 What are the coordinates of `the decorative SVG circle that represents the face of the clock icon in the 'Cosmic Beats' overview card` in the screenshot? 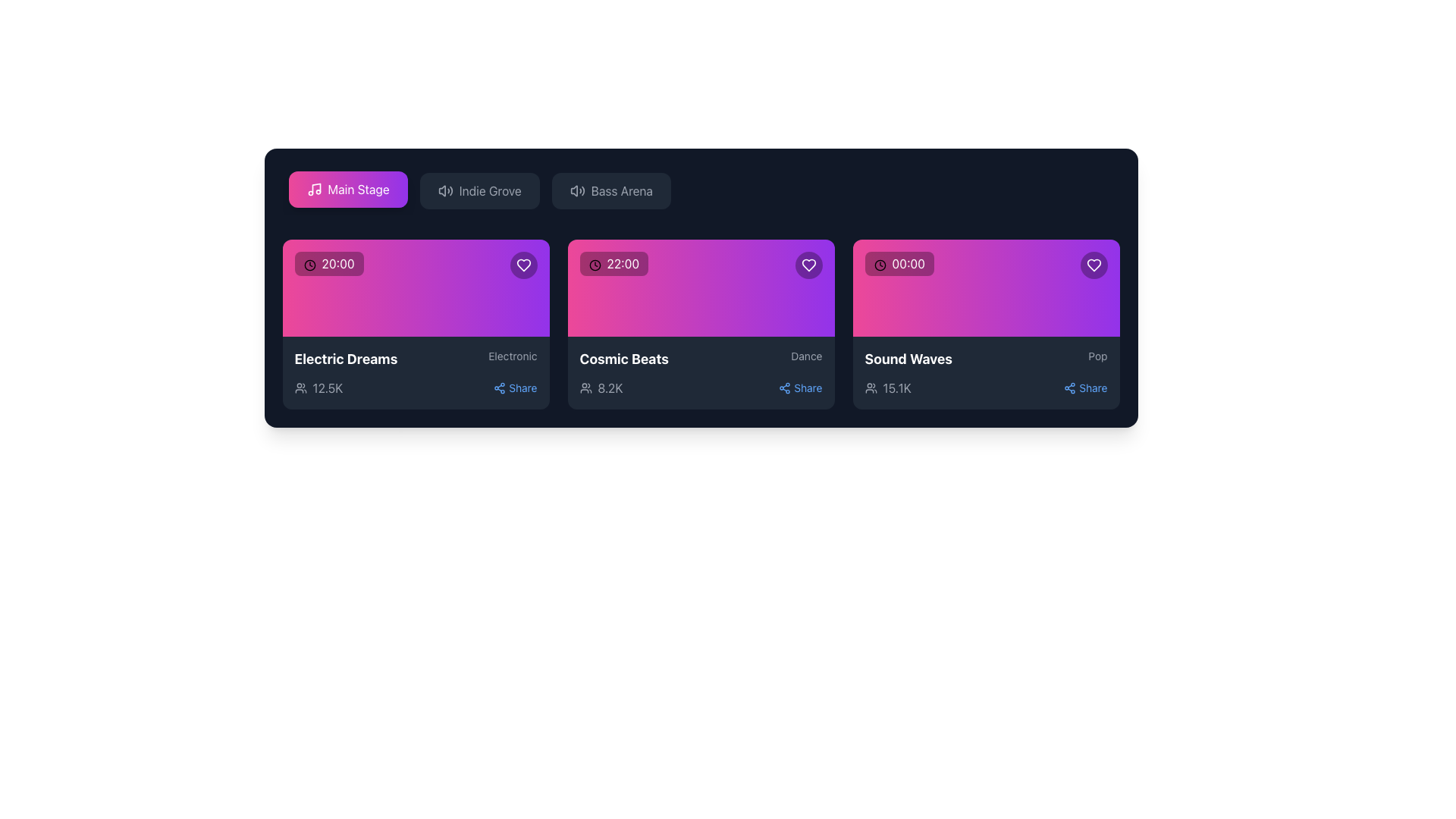 It's located at (594, 264).